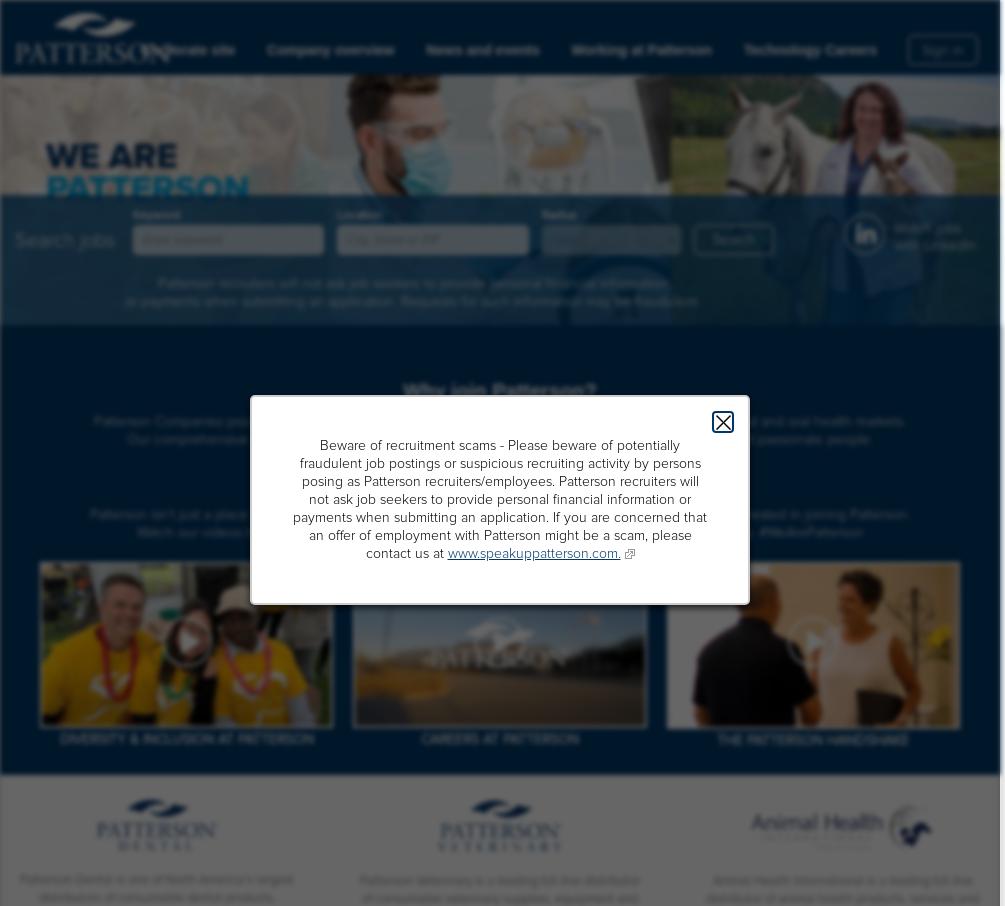 Image resolution: width=1005 pixels, height=906 pixels. What do you see at coordinates (412, 281) in the screenshot?
I see `'Patterson recruiters will not ask job seekers to provide personal financial information'` at bounding box center [412, 281].